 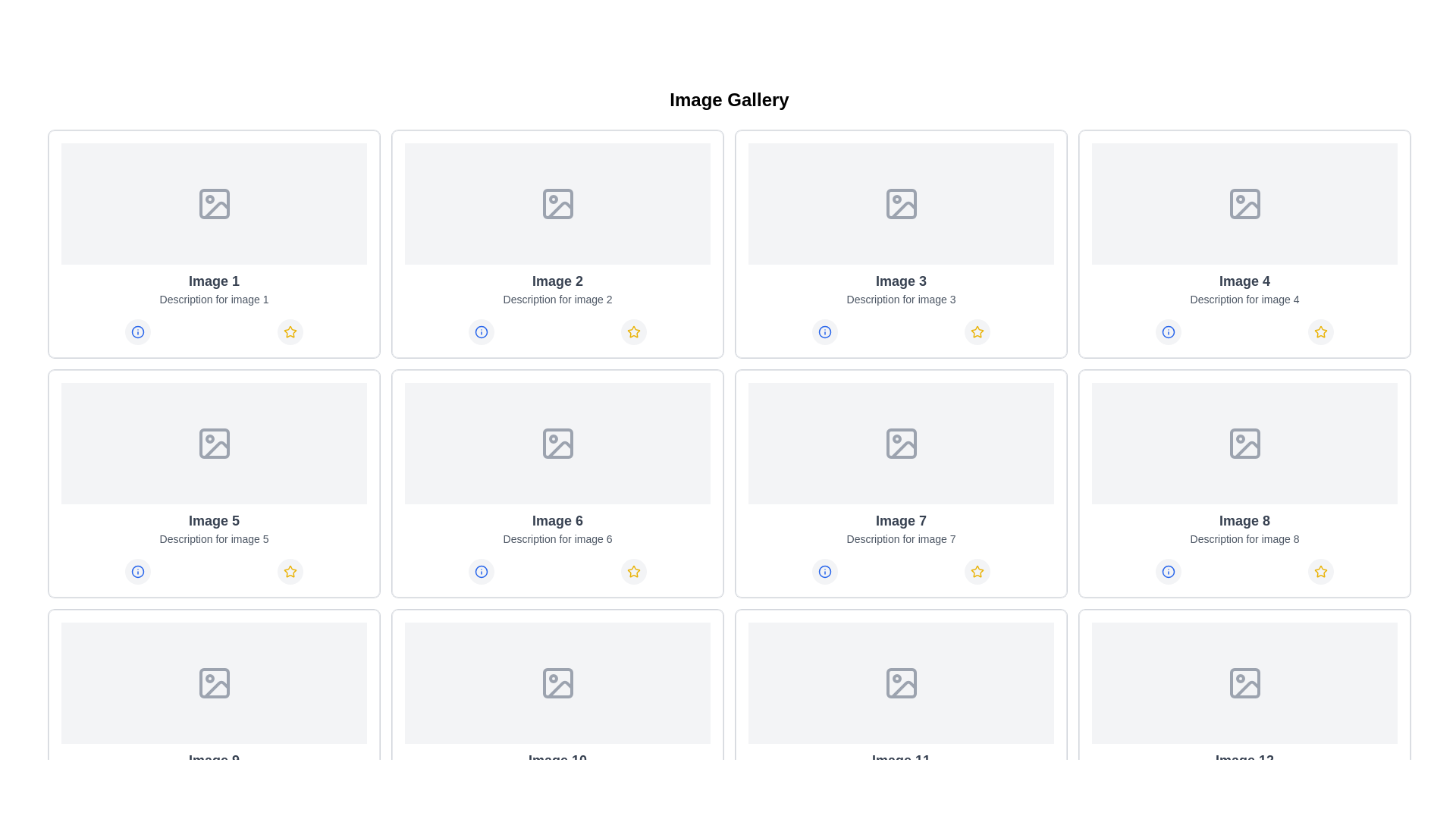 I want to click on the 'Image 5' text label, which is styled with a bold font and grayish color, located in the second column, second row of the grid layout, positioned below the image placeholder, so click(x=213, y=519).